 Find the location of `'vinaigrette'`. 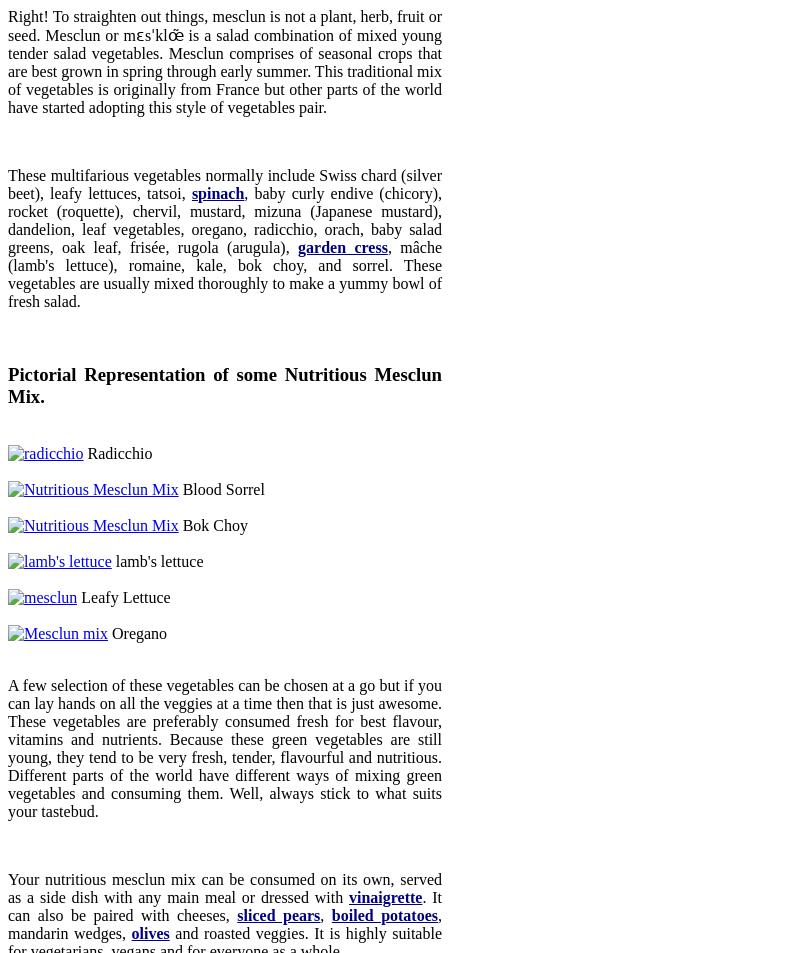

'vinaigrette' is located at coordinates (384, 896).